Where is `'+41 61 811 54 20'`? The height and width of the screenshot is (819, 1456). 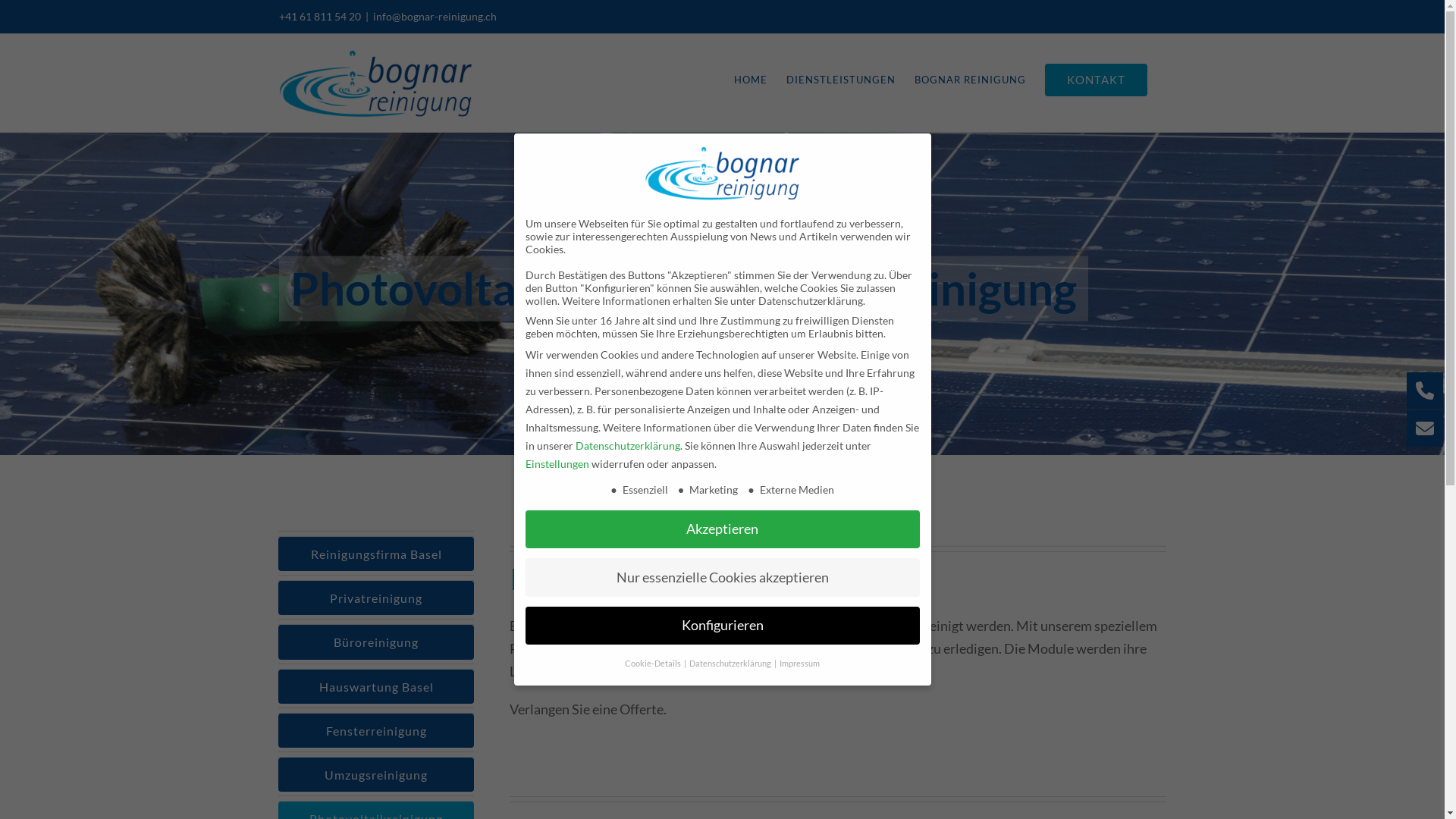
'+41 61 811 54 20' is located at coordinates (319, 16).